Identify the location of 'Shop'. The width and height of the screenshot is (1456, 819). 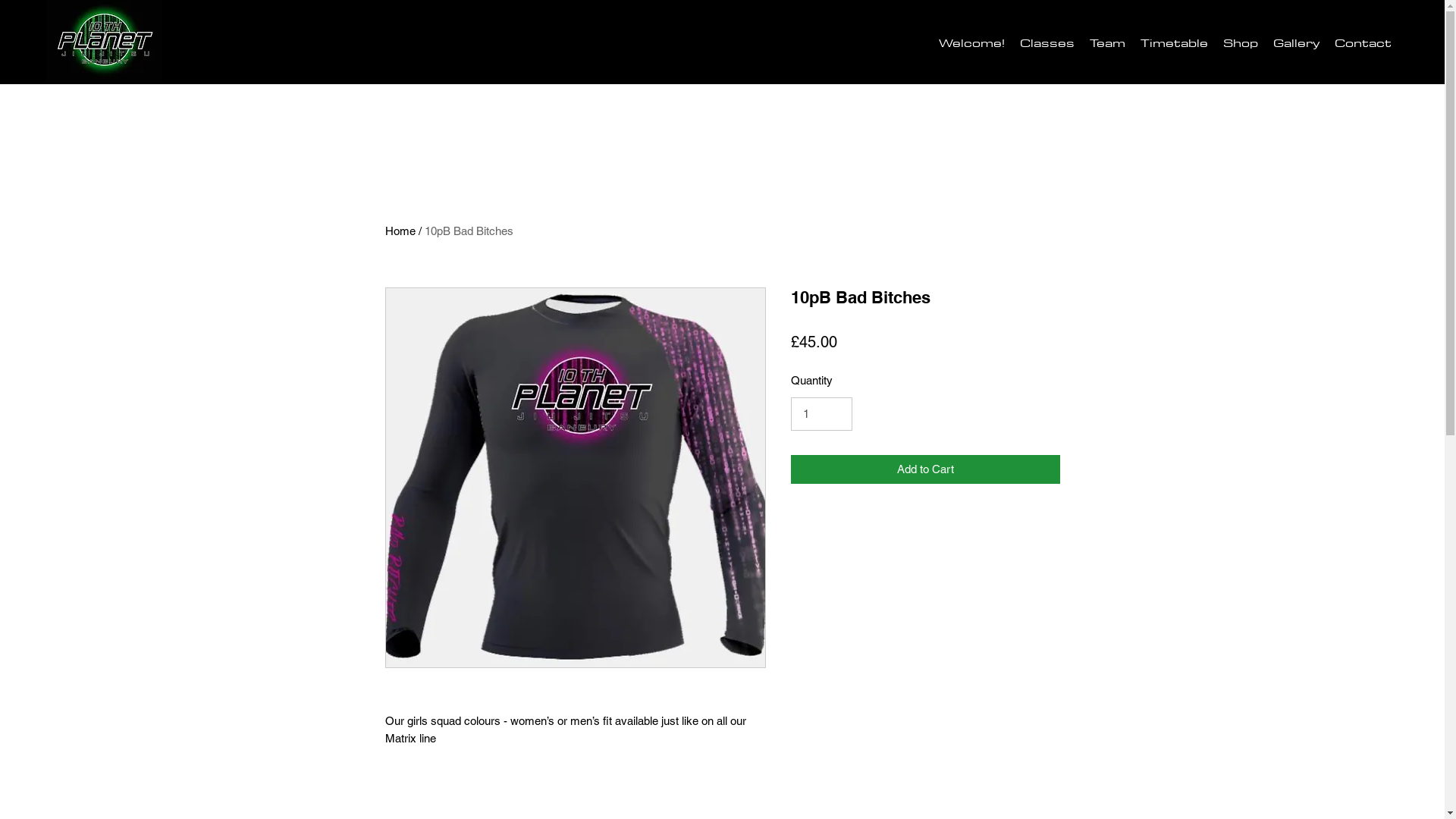
(1241, 40).